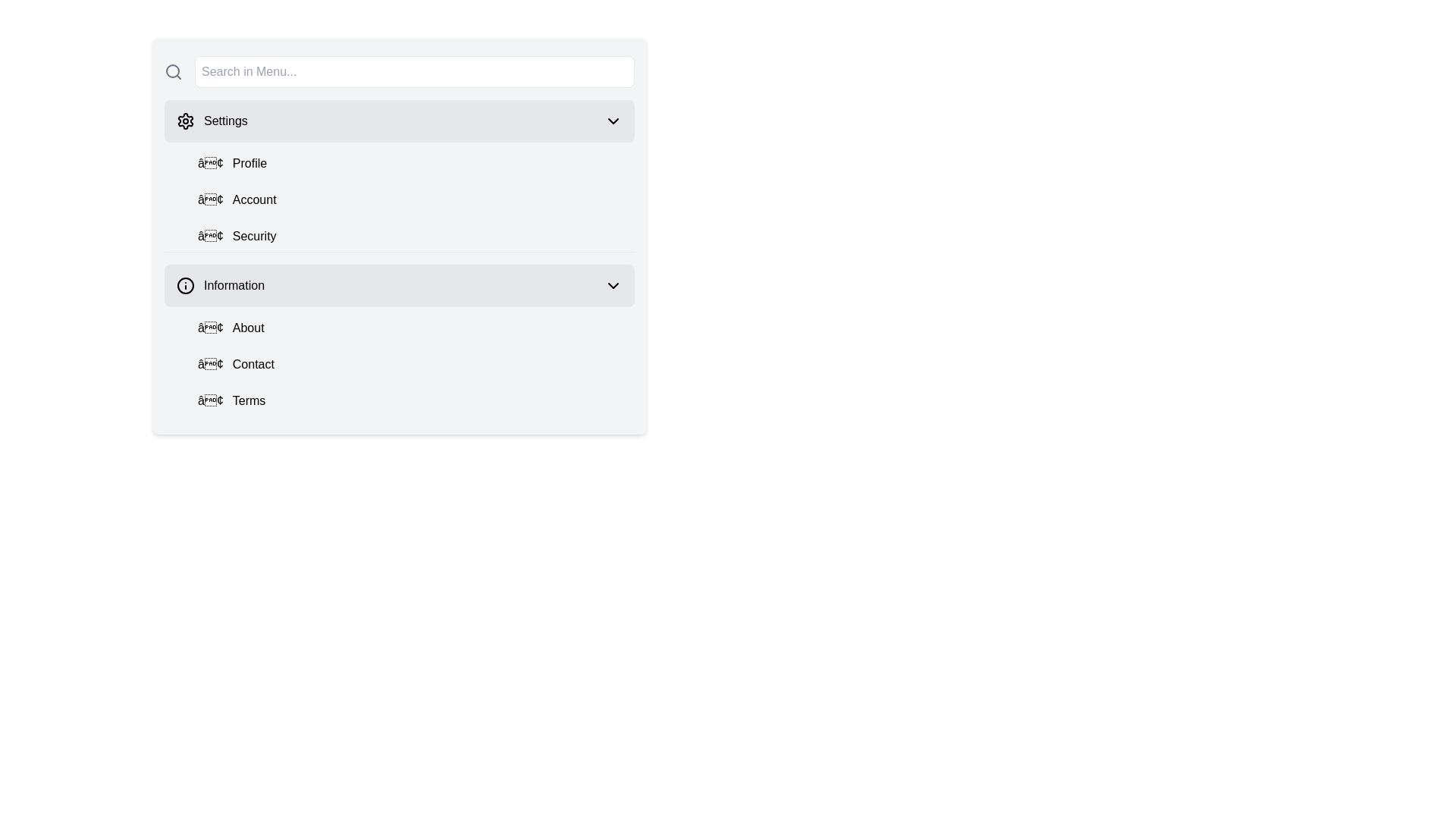 The height and width of the screenshot is (819, 1456). What do you see at coordinates (224, 120) in the screenshot?
I see `the 'Settings' static text label located at the top section of the side navigation menu, which is next to a gear-shaped icon` at bounding box center [224, 120].